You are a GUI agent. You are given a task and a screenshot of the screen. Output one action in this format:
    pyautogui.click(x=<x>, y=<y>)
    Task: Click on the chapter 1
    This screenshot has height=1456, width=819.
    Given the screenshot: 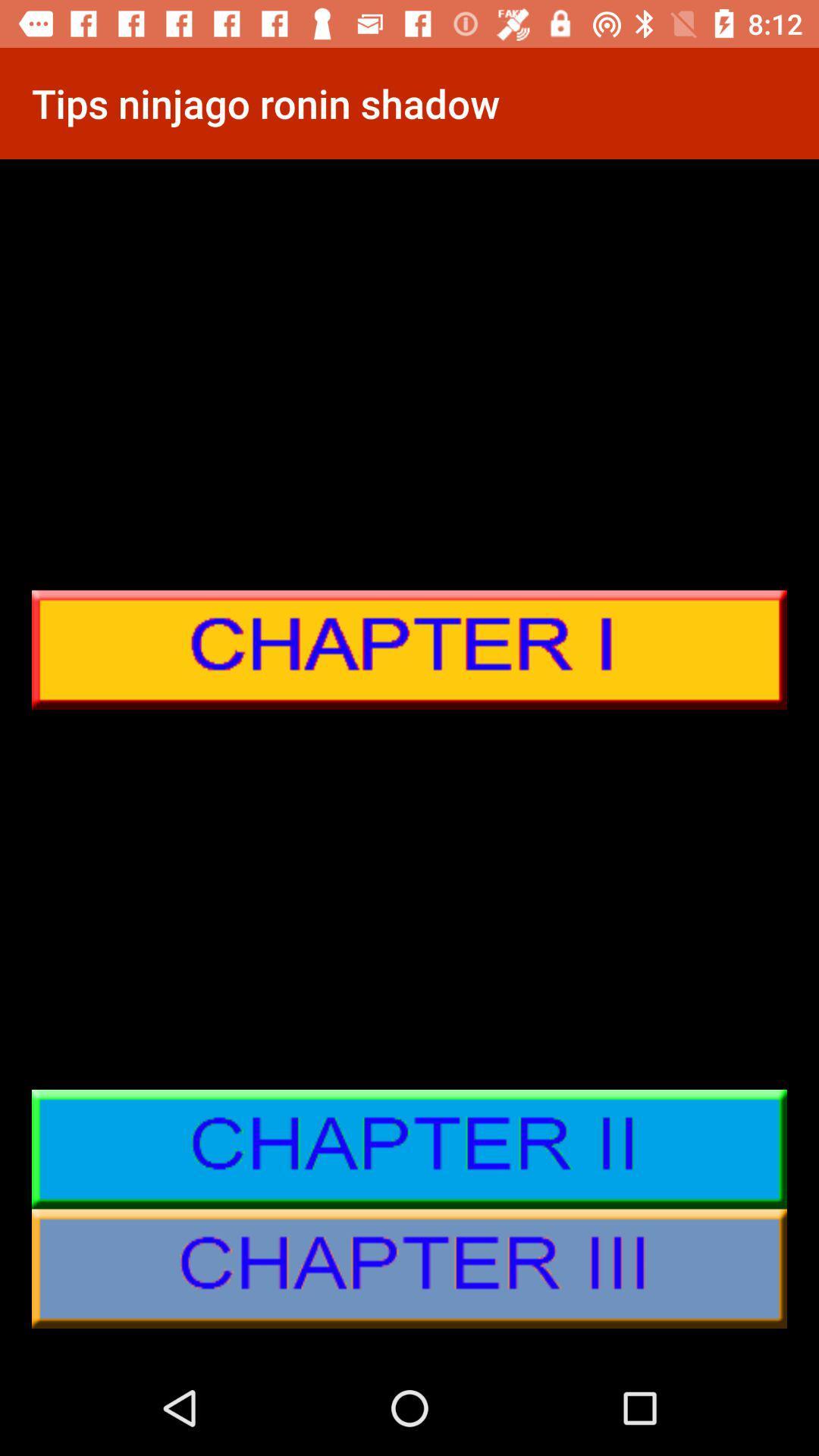 What is the action you would take?
    pyautogui.click(x=409, y=650)
    